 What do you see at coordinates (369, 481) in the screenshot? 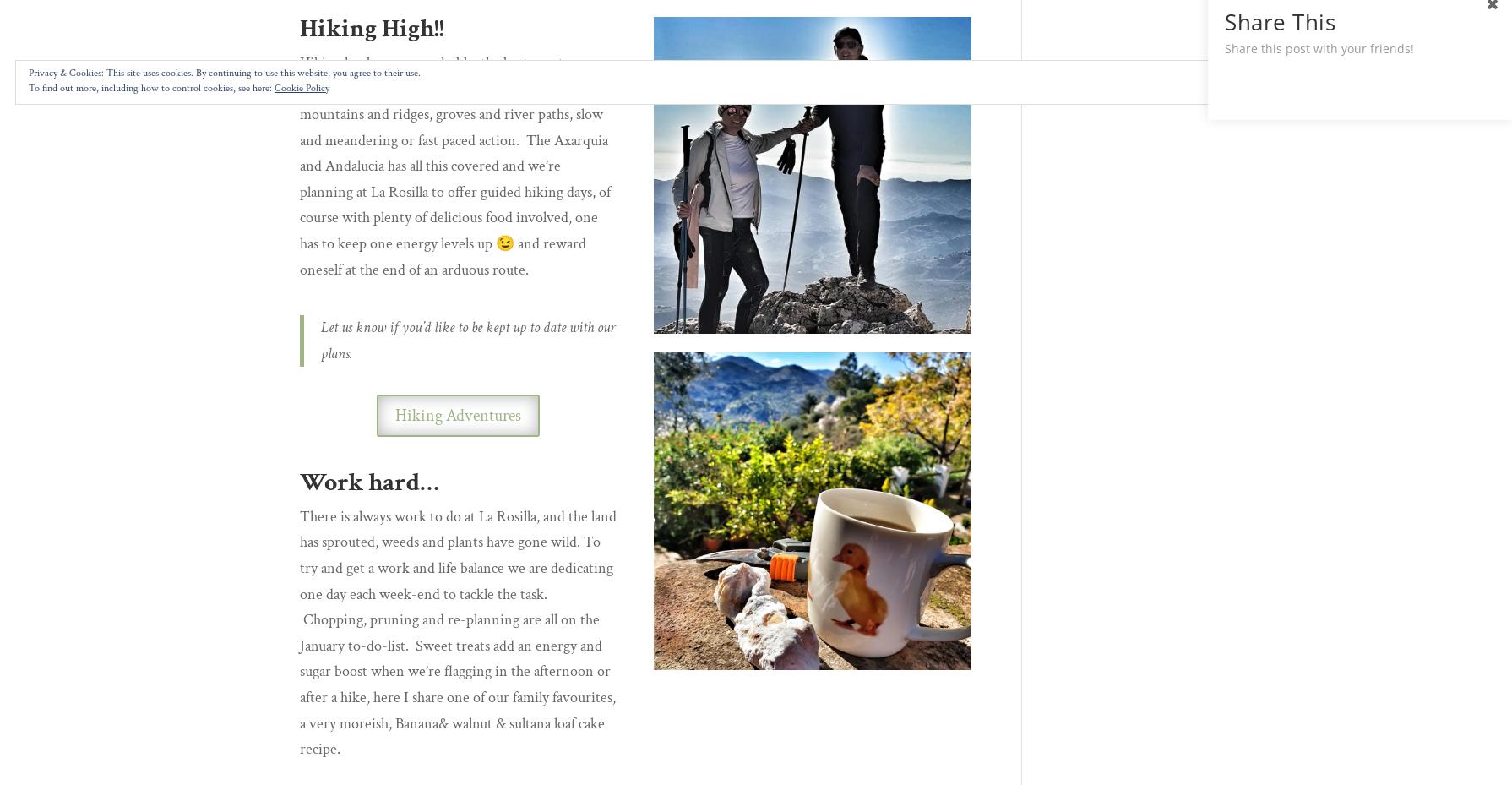
I see `'Work hard…'` at bounding box center [369, 481].